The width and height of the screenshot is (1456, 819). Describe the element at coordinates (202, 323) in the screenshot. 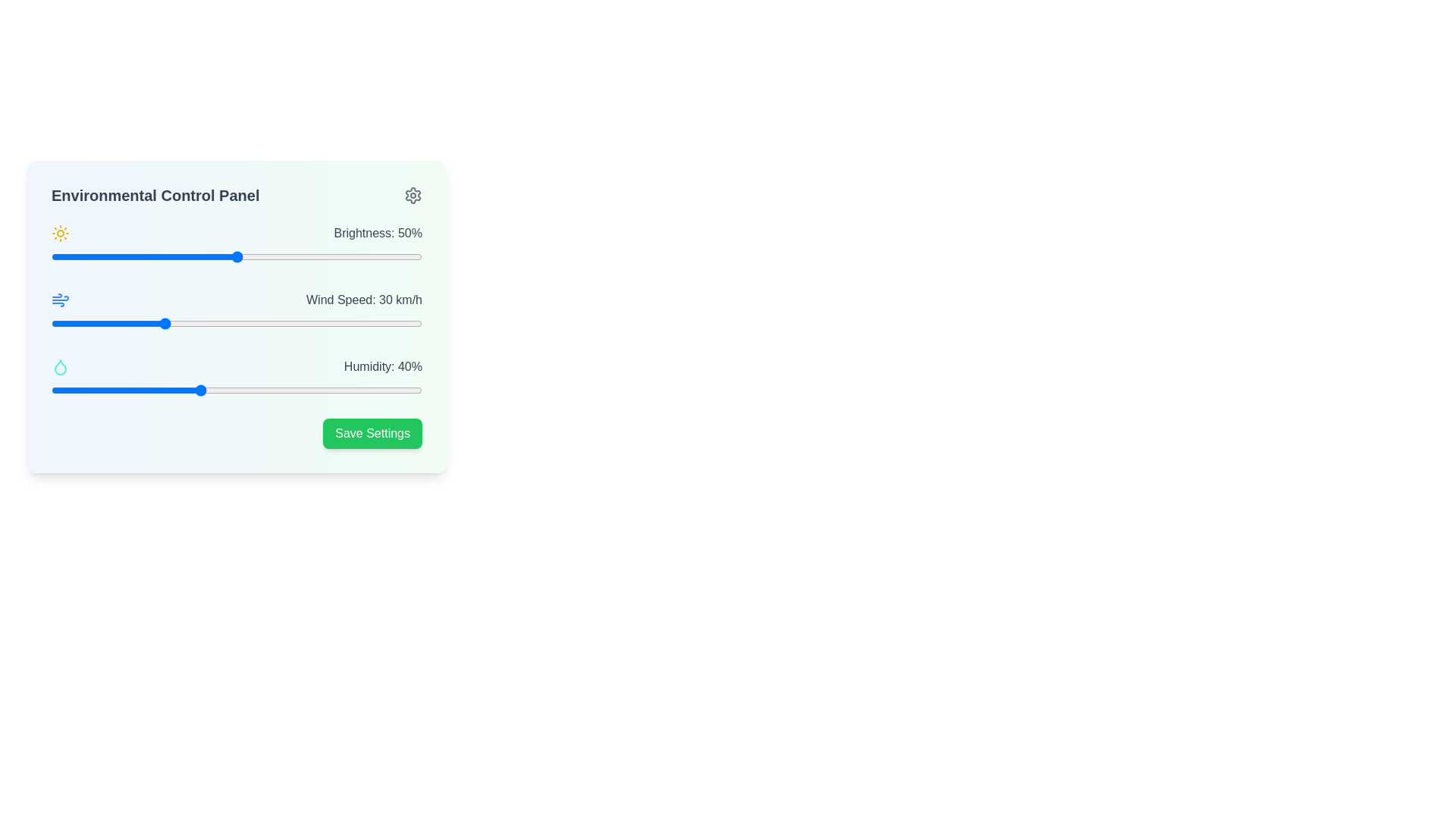

I see `the wind speed` at that location.